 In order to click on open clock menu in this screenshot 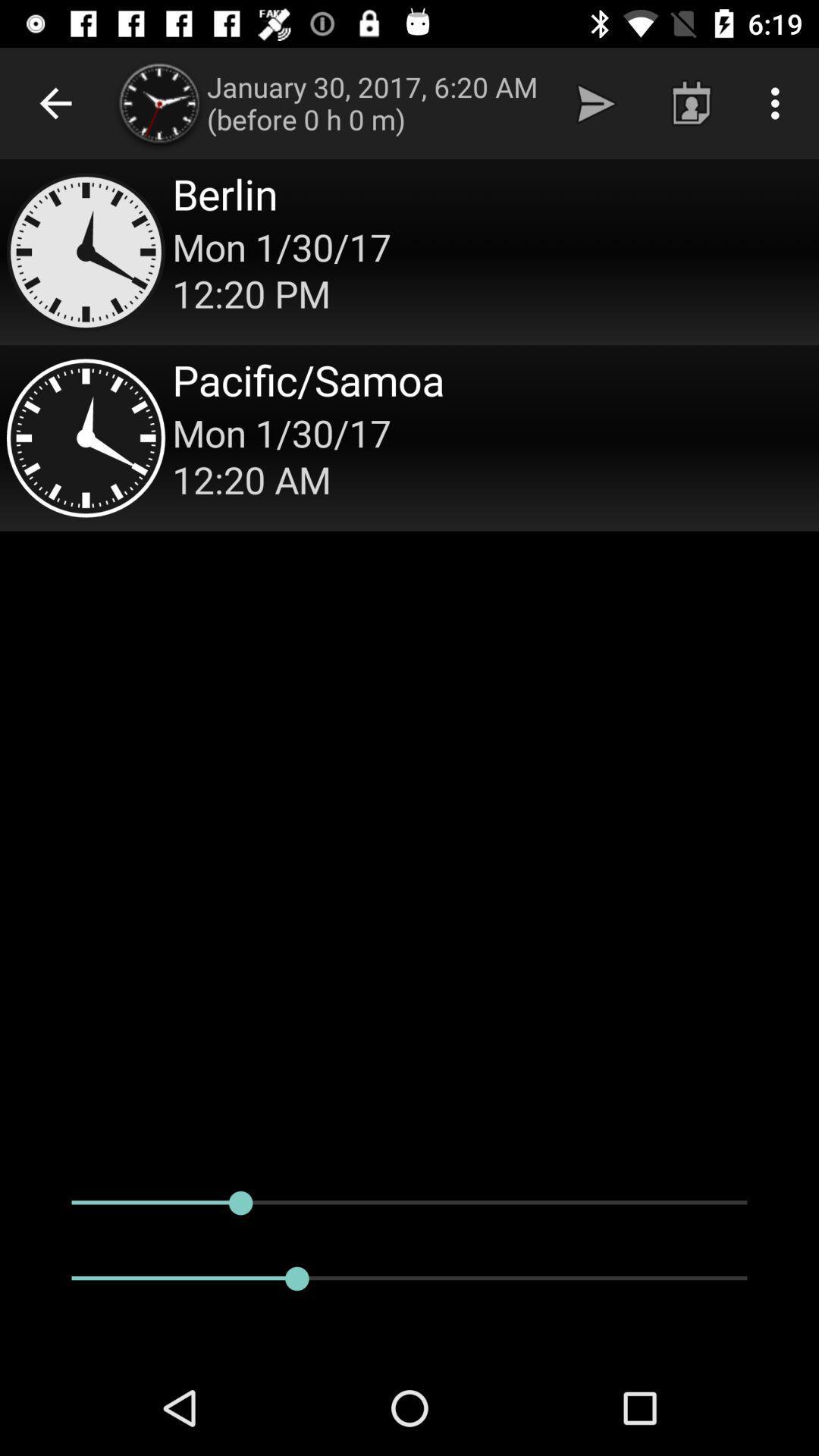, I will do `click(409, 252)`.